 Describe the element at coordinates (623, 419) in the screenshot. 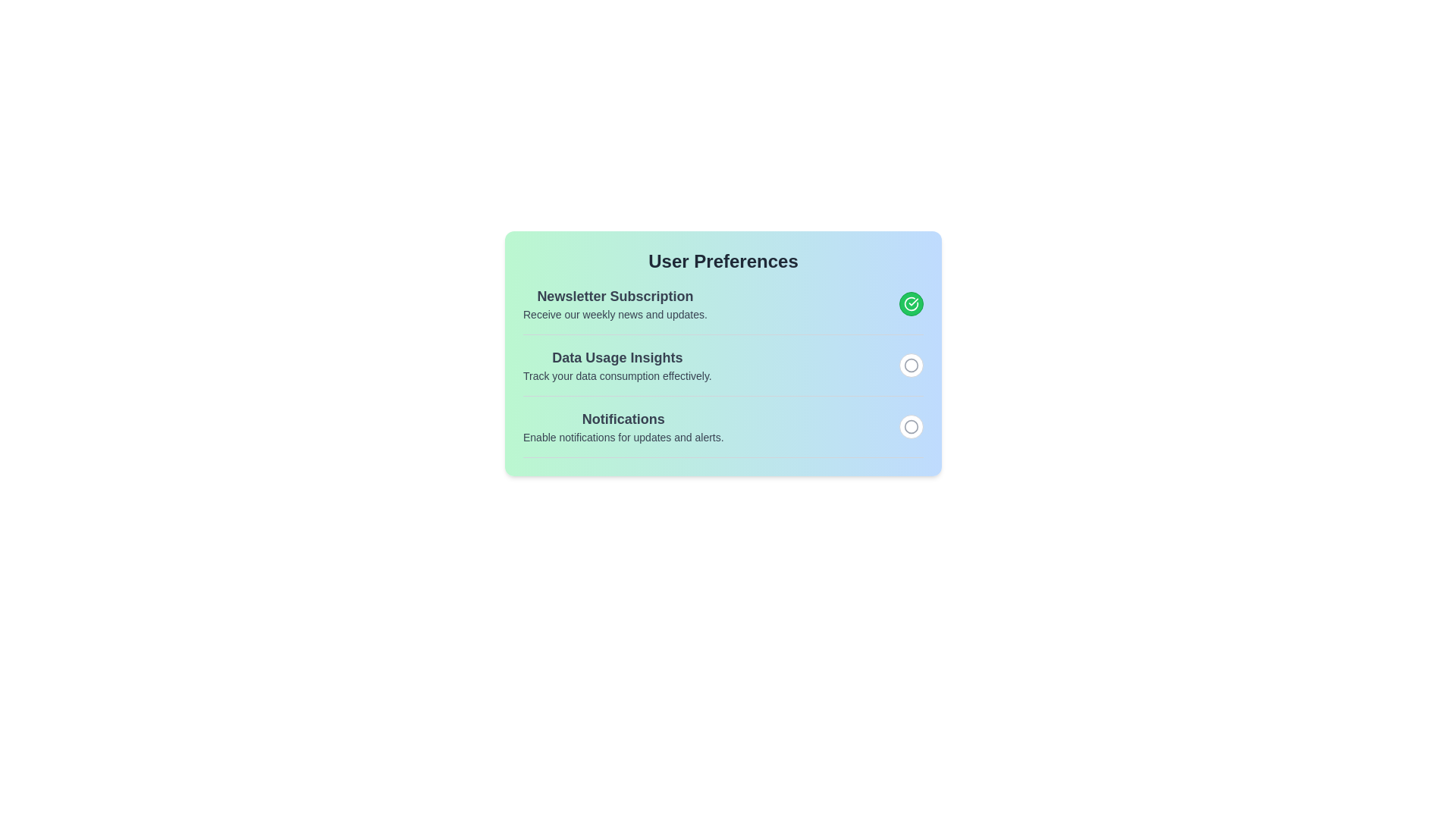

I see `the 'Notifications' label, which is a bold text element in dark gray color, located in the 'User Preferences' section, directly above the smaller descriptive text` at that location.